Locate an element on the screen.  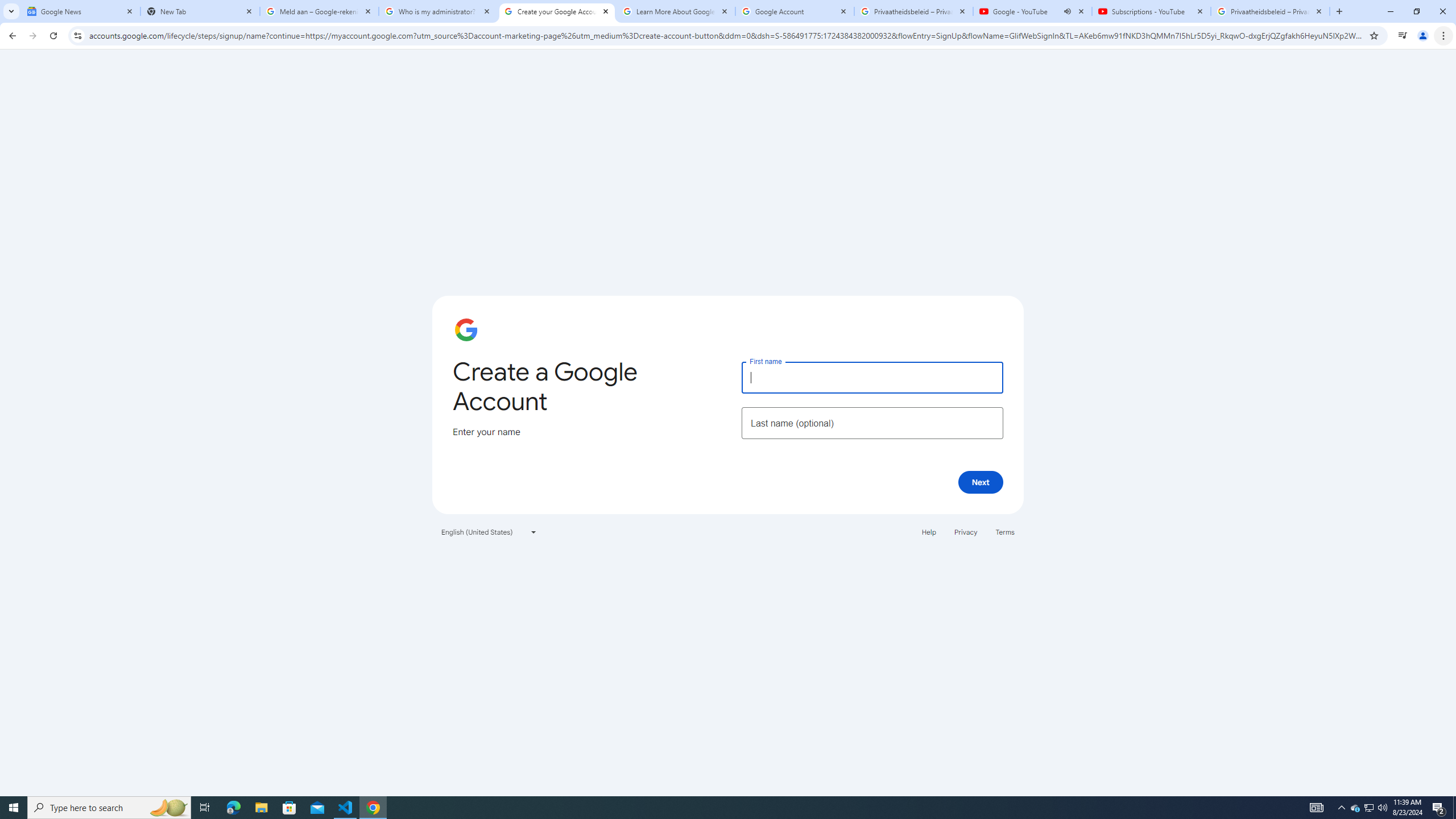
'Mute tab' is located at coordinates (1066, 11).